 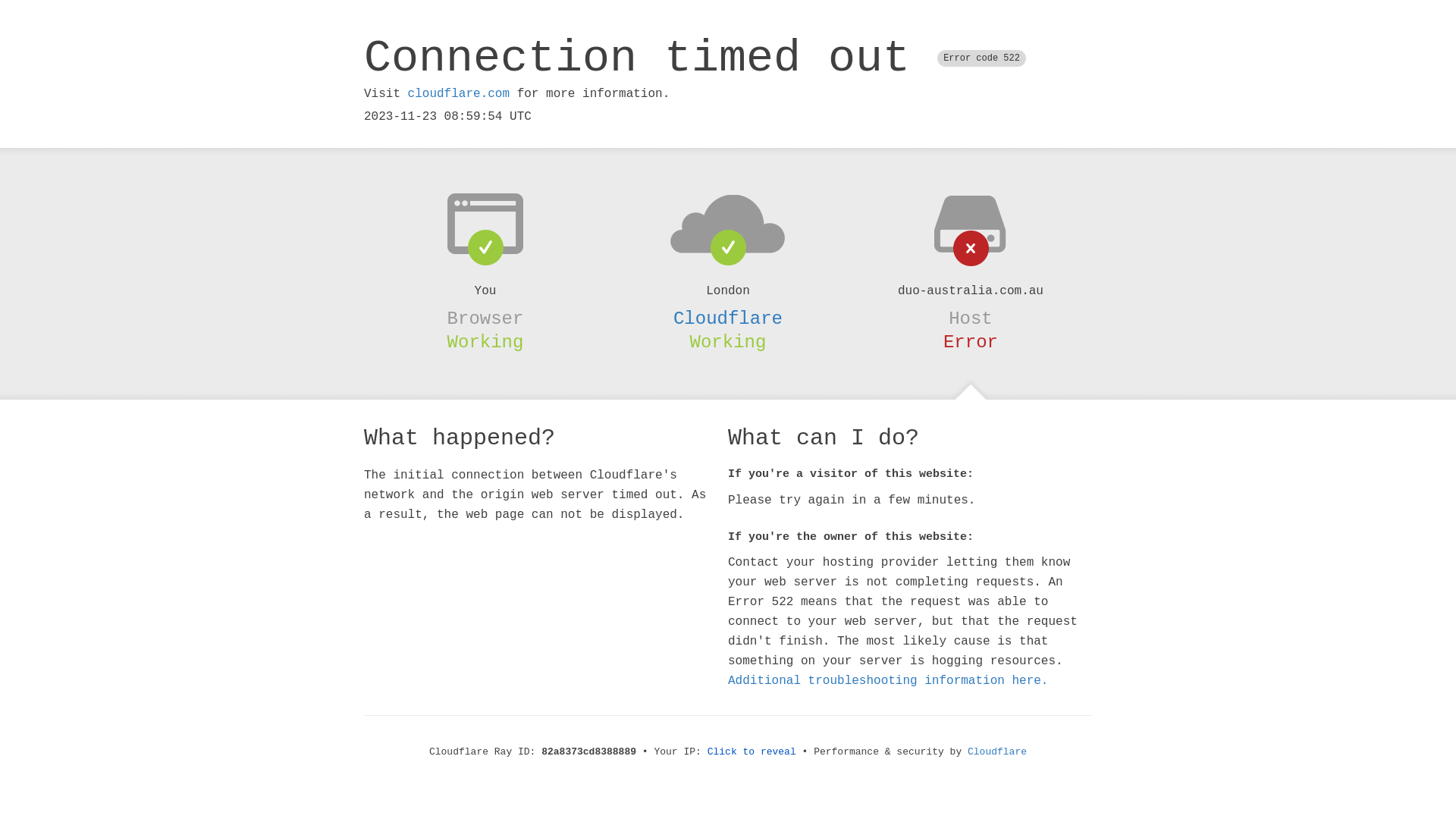 What do you see at coordinates (997, 752) in the screenshot?
I see `'Cloudflare'` at bounding box center [997, 752].